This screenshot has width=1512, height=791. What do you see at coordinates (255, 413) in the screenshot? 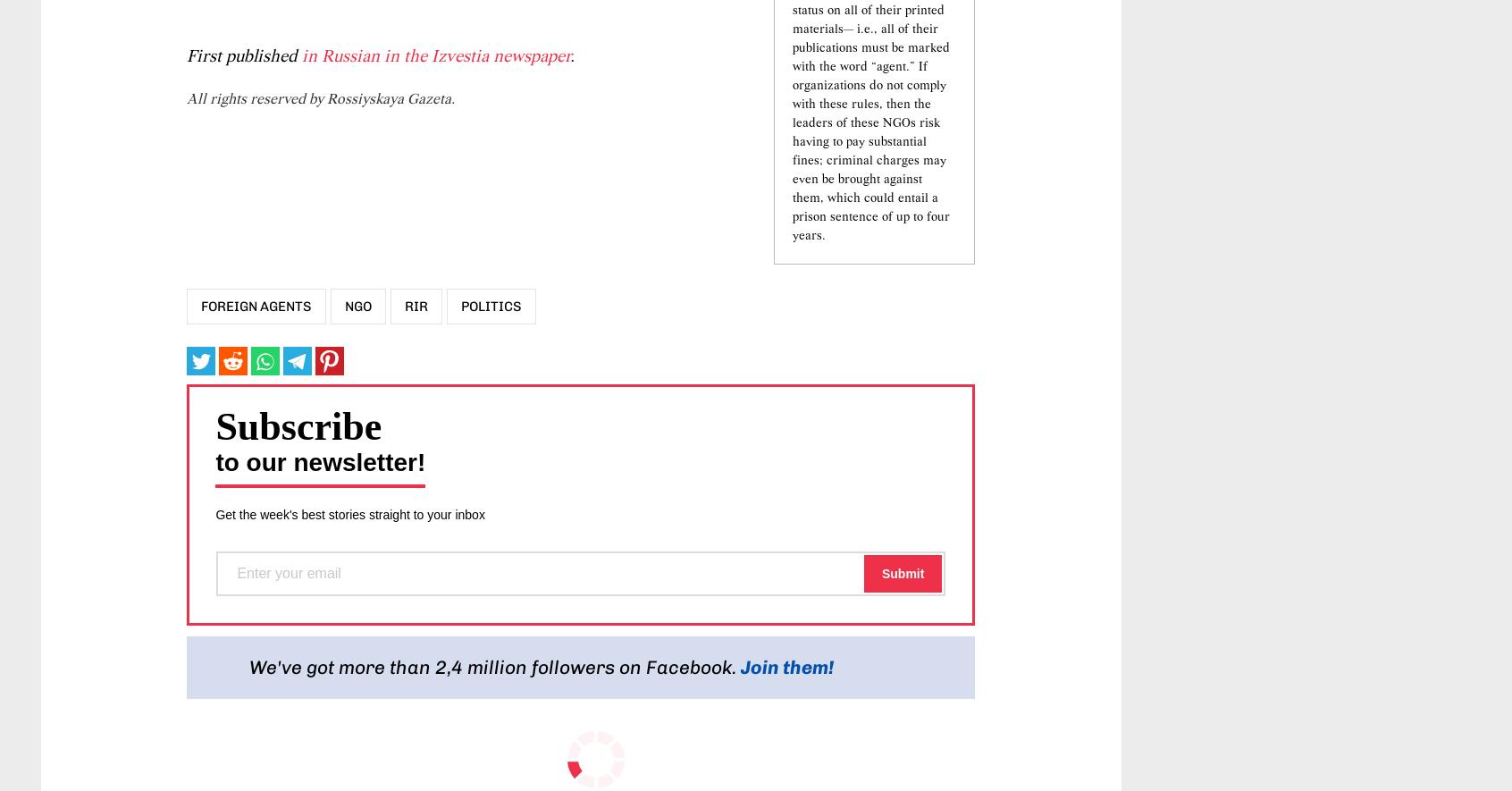
I see `'foreign agents'` at bounding box center [255, 413].